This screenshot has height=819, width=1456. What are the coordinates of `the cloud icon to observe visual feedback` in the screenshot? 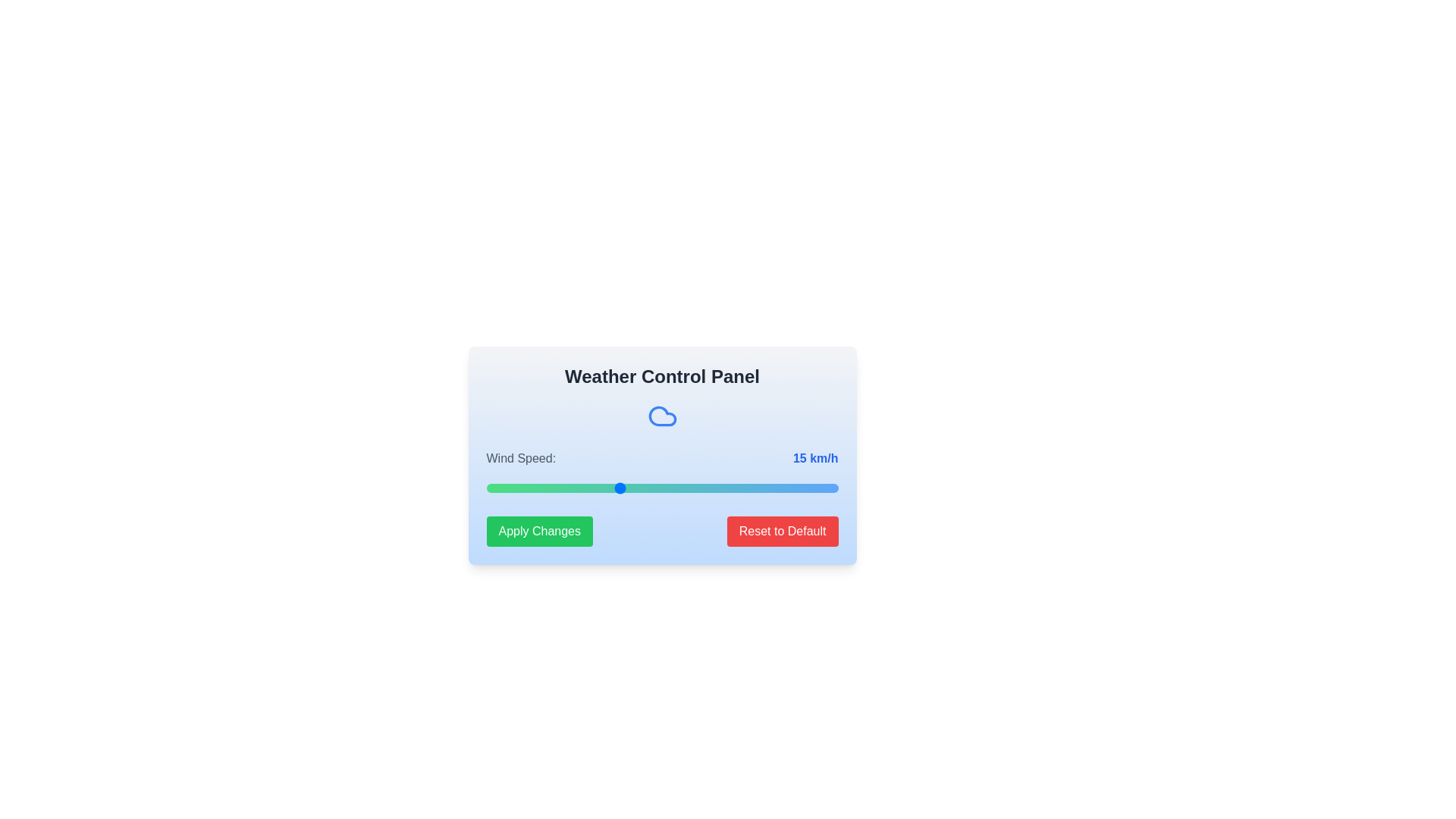 It's located at (662, 416).